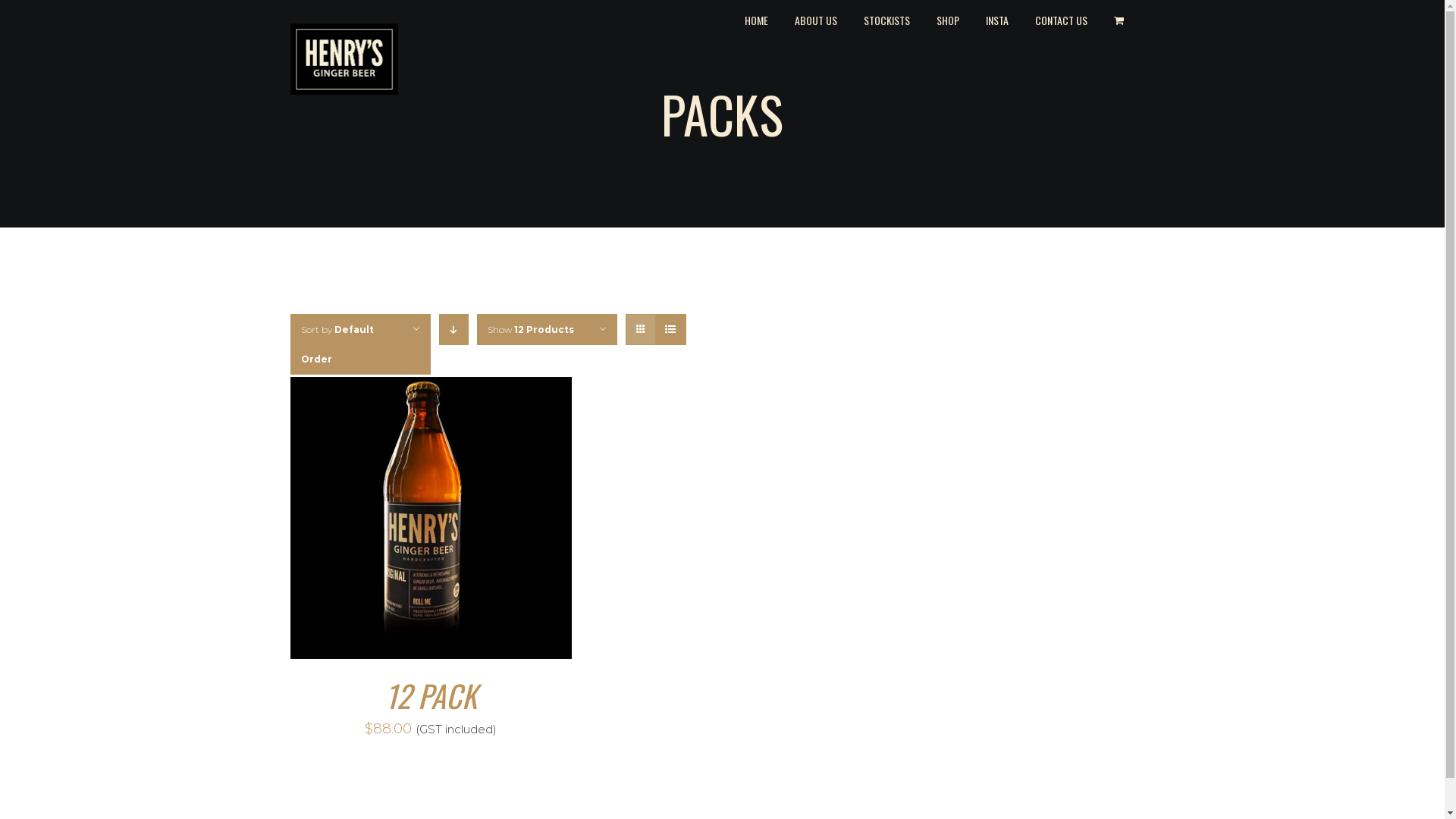 The width and height of the screenshot is (1456, 819). What do you see at coordinates (335, 344) in the screenshot?
I see `'Sort by Default Order'` at bounding box center [335, 344].